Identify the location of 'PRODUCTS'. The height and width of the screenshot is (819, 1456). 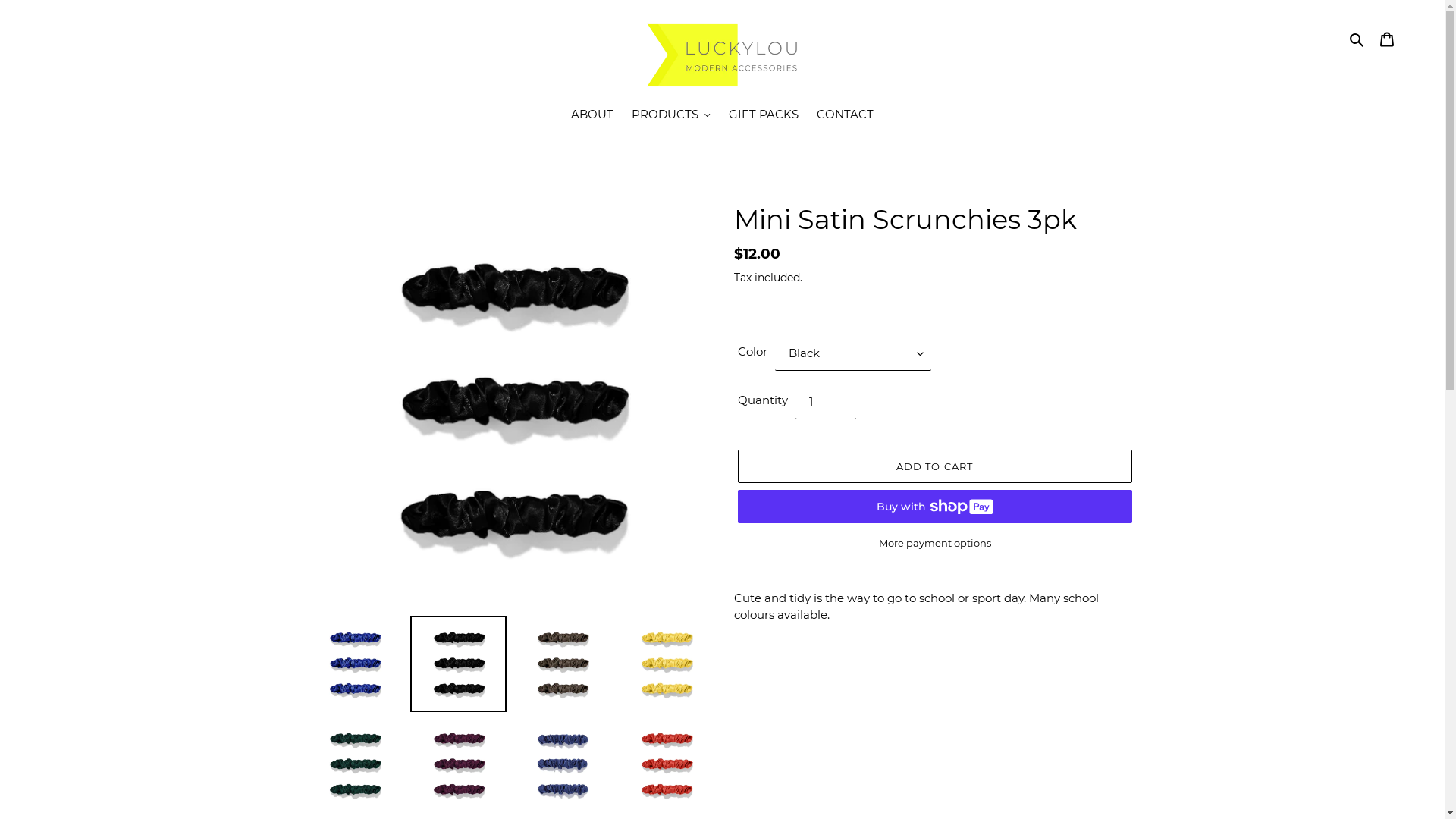
(623, 115).